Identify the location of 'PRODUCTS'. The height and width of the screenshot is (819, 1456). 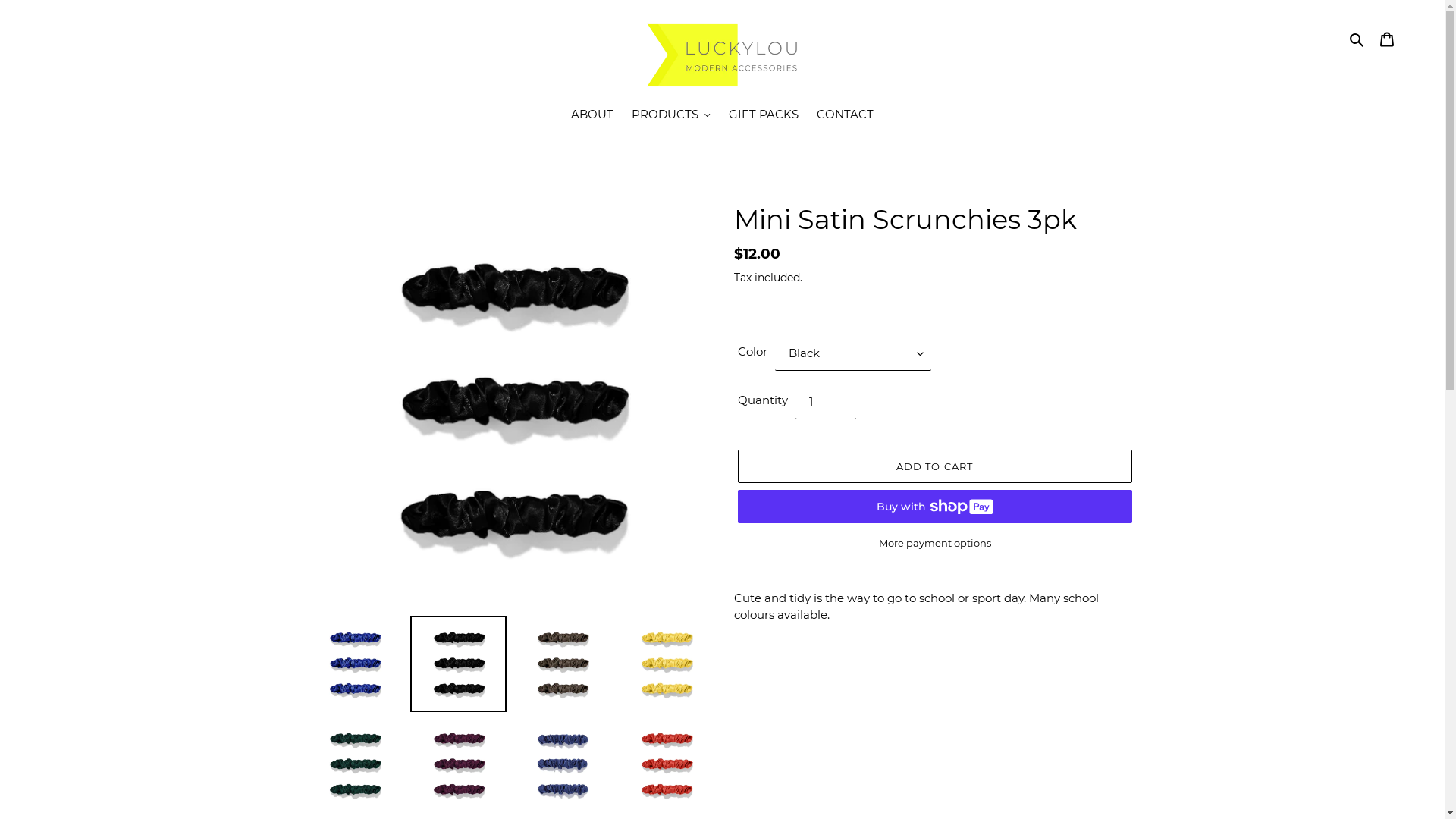
(623, 115).